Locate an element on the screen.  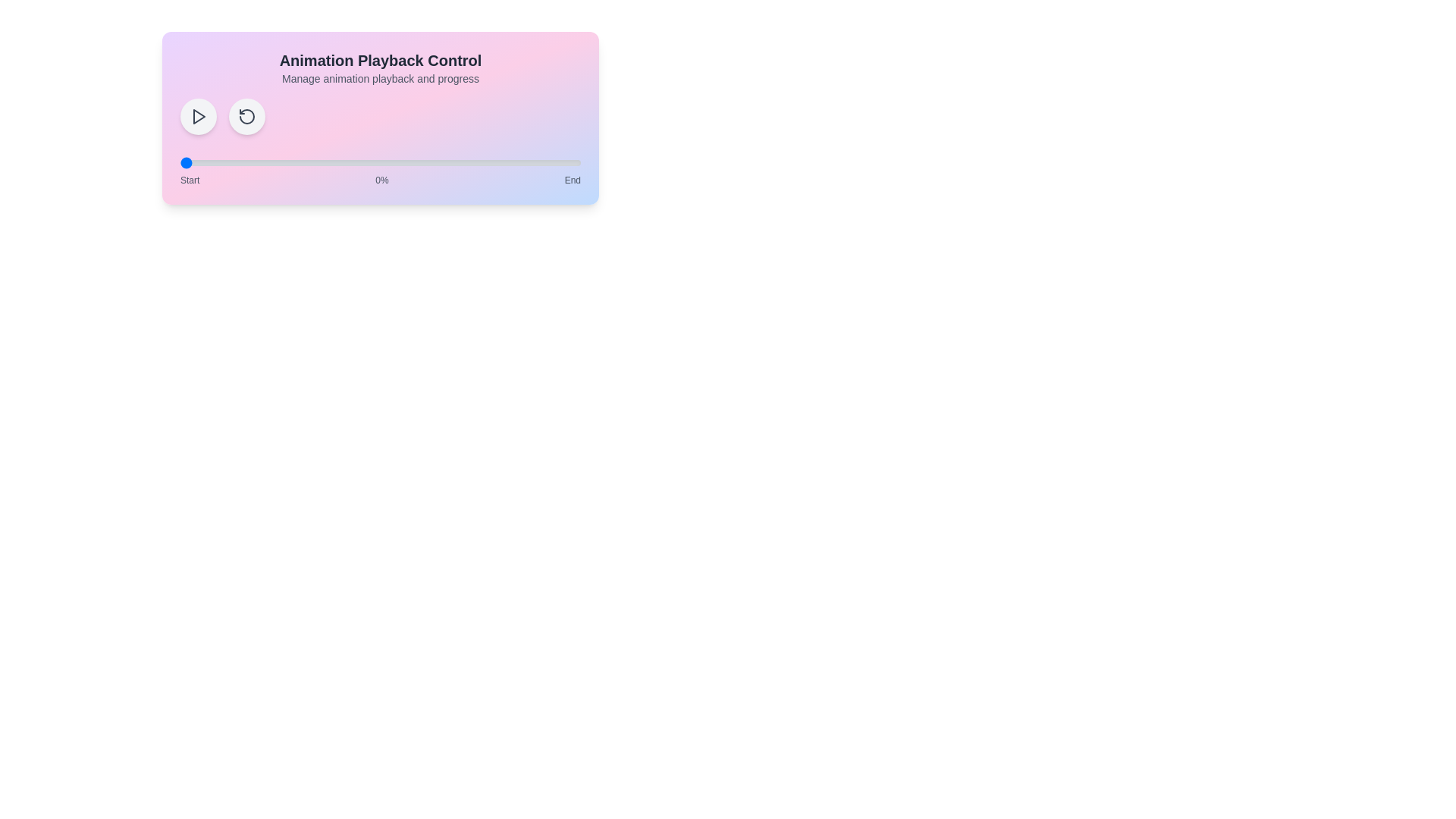
play/pause button to toggle the playback state is located at coordinates (198, 116).